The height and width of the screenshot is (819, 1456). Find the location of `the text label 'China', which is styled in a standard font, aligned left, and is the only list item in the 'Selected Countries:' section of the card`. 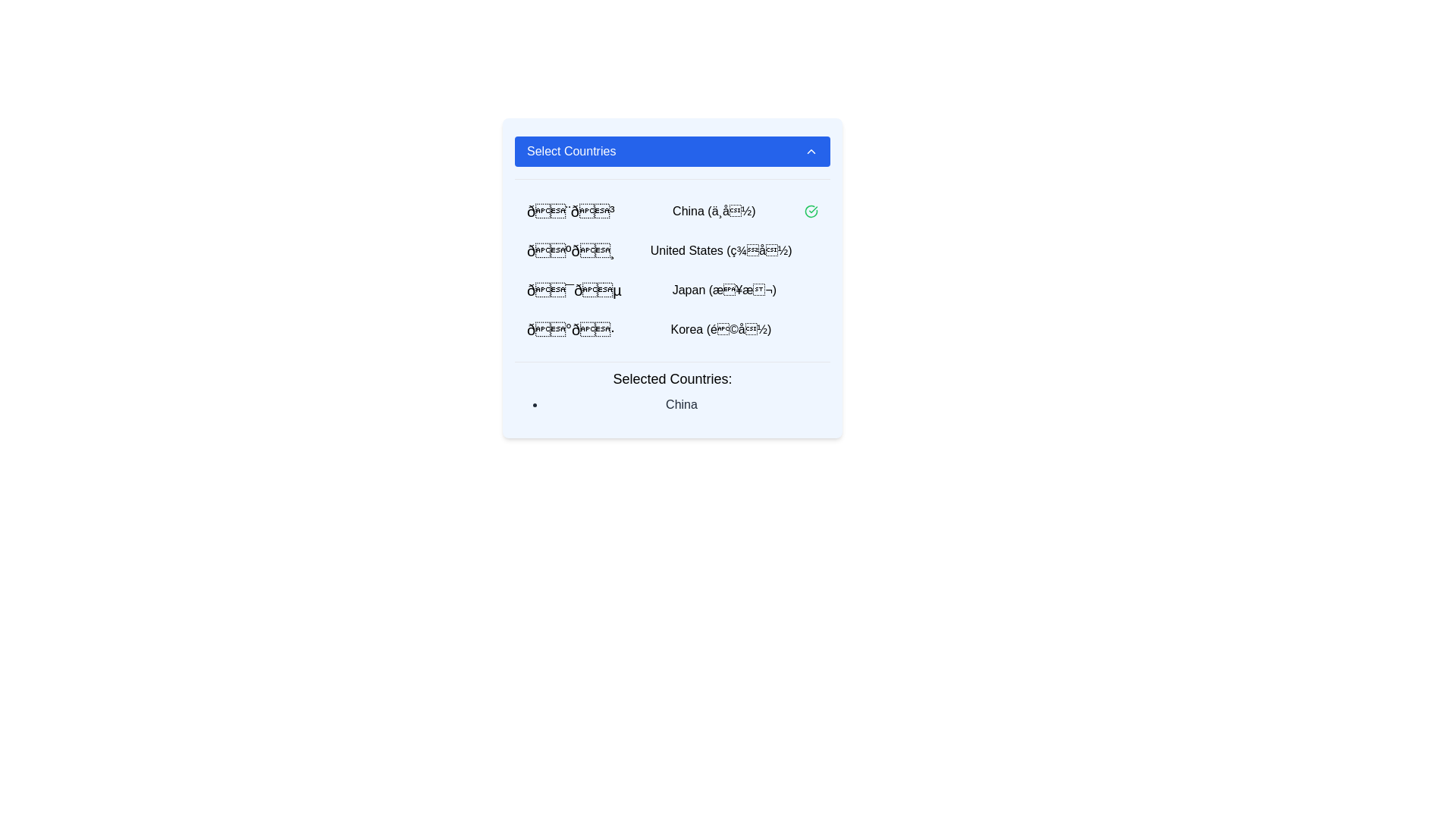

the text label 'China', which is styled in a standard font, aligned left, and is the only list item in the 'Selected Countries:' section of the card is located at coordinates (672, 403).